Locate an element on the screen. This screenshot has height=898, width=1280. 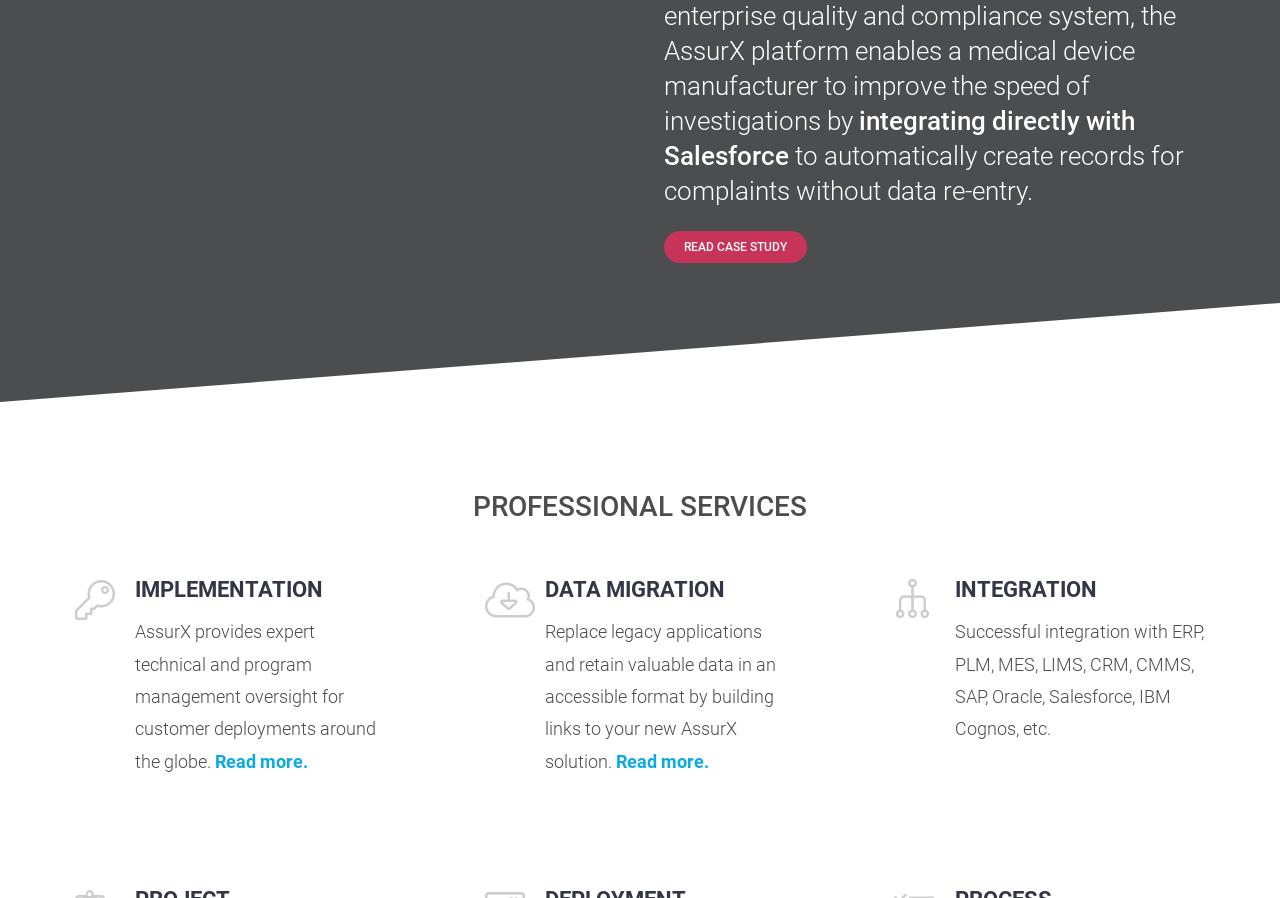
'PROFESSIONAL SERVICES' is located at coordinates (640, 505).